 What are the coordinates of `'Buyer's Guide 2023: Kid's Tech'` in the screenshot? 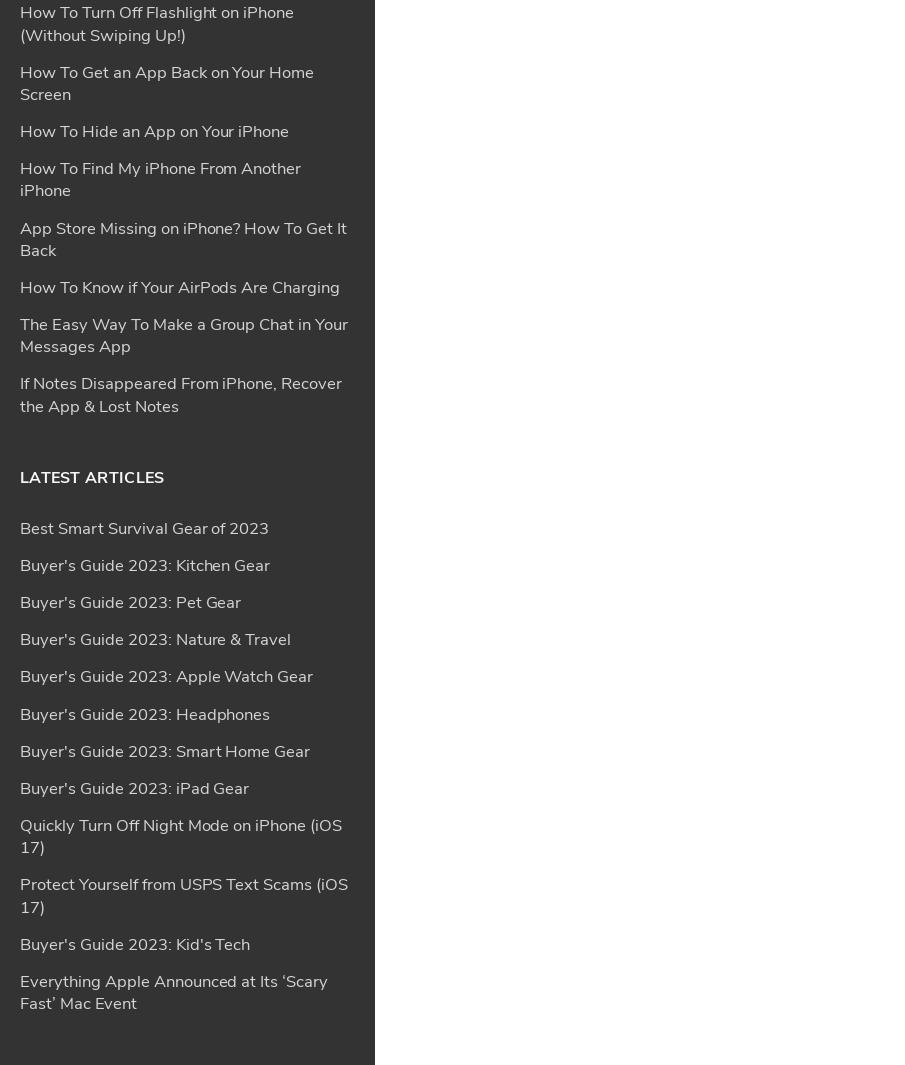 It's located at (134, 355).